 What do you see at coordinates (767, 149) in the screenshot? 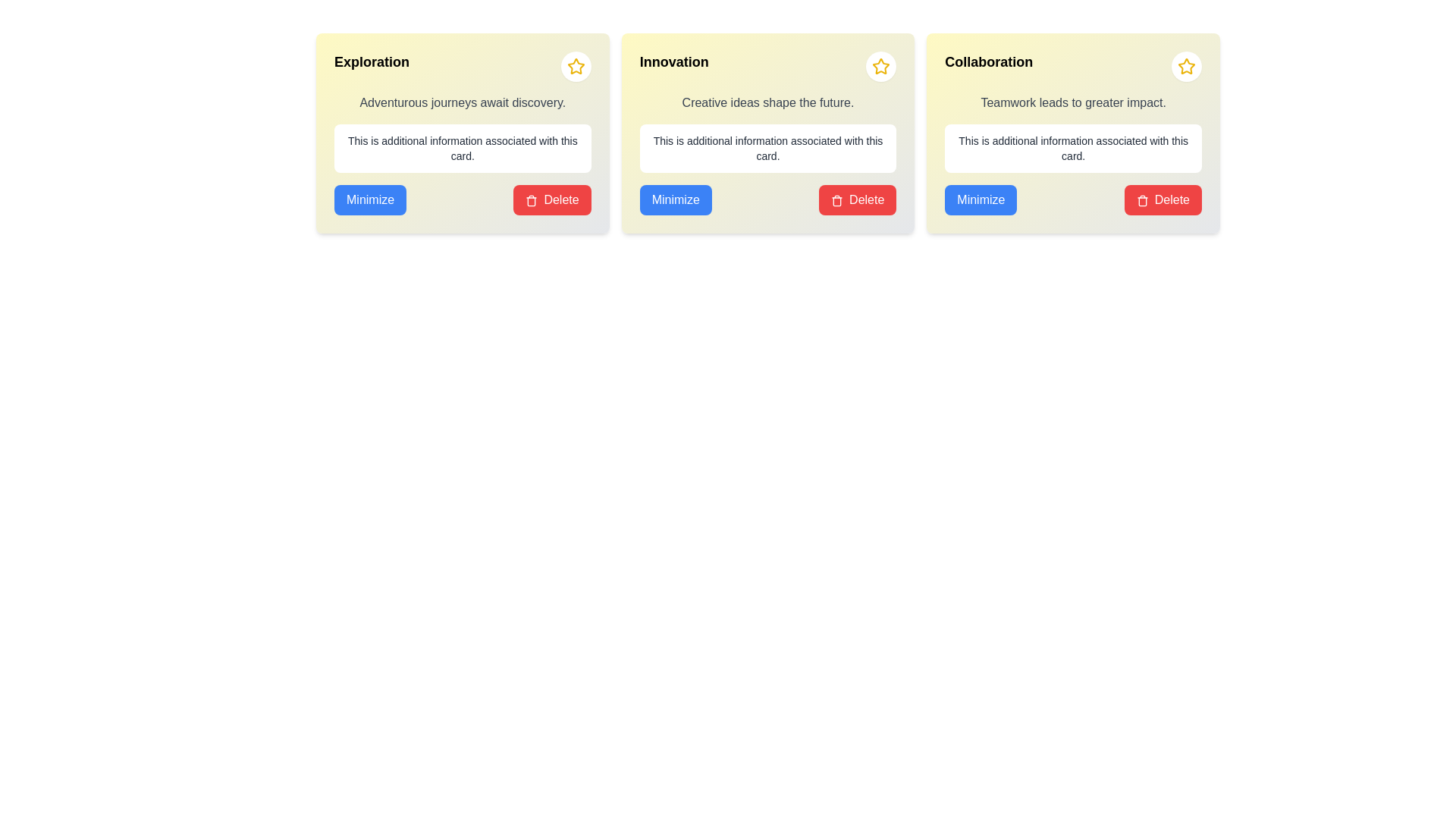
I see `text from the Text Content Block that contains 'This is additional information associated with this card.' within the 'Innovation' card` at bounding box center [767, 149].